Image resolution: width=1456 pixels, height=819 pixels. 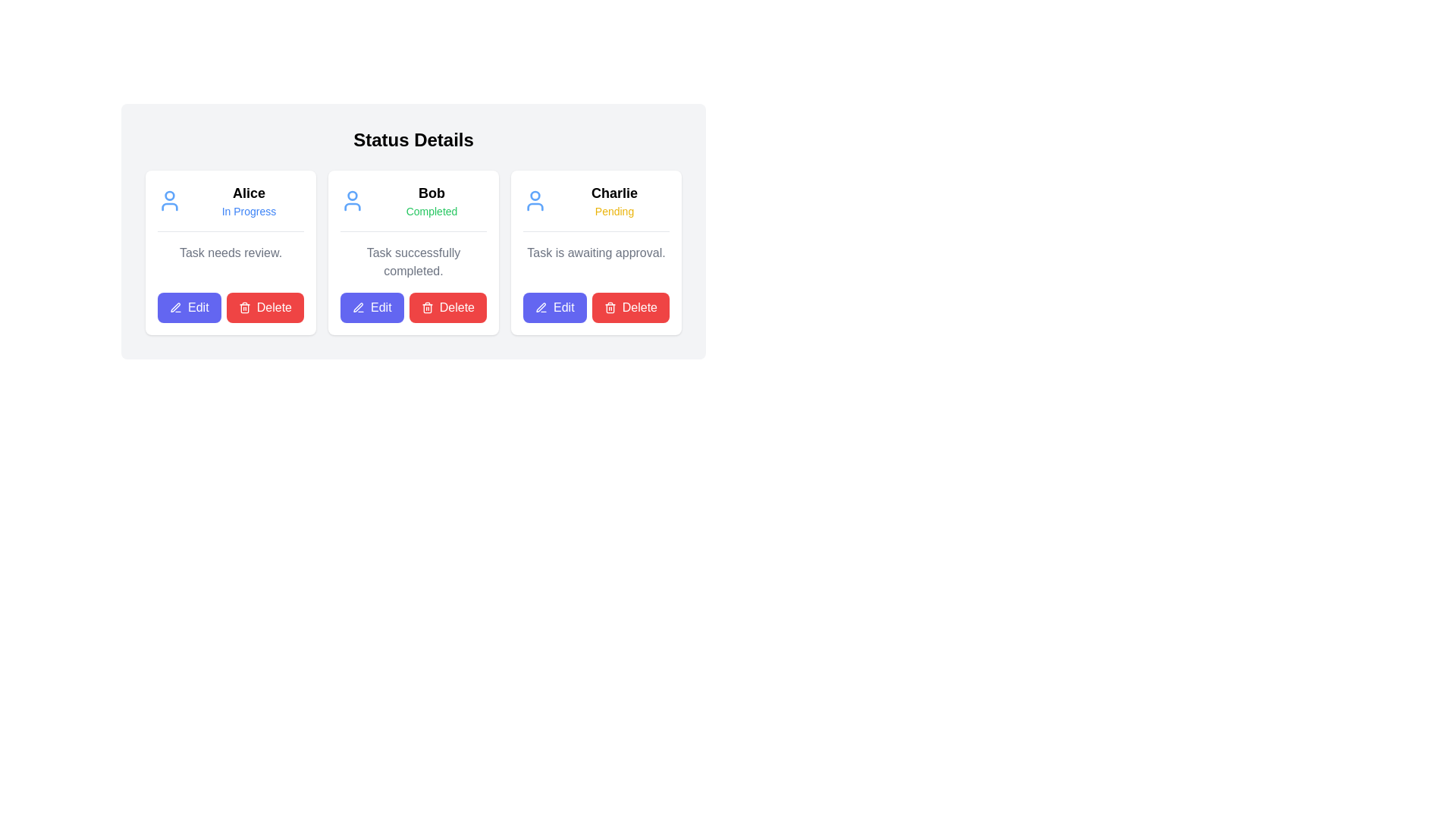 What do you see at coordinates (357, 307) in the screenshot?
I see `the pen icon within the 'Edit' button of the user card for 'Bob'` at bounding box center [357, 307].